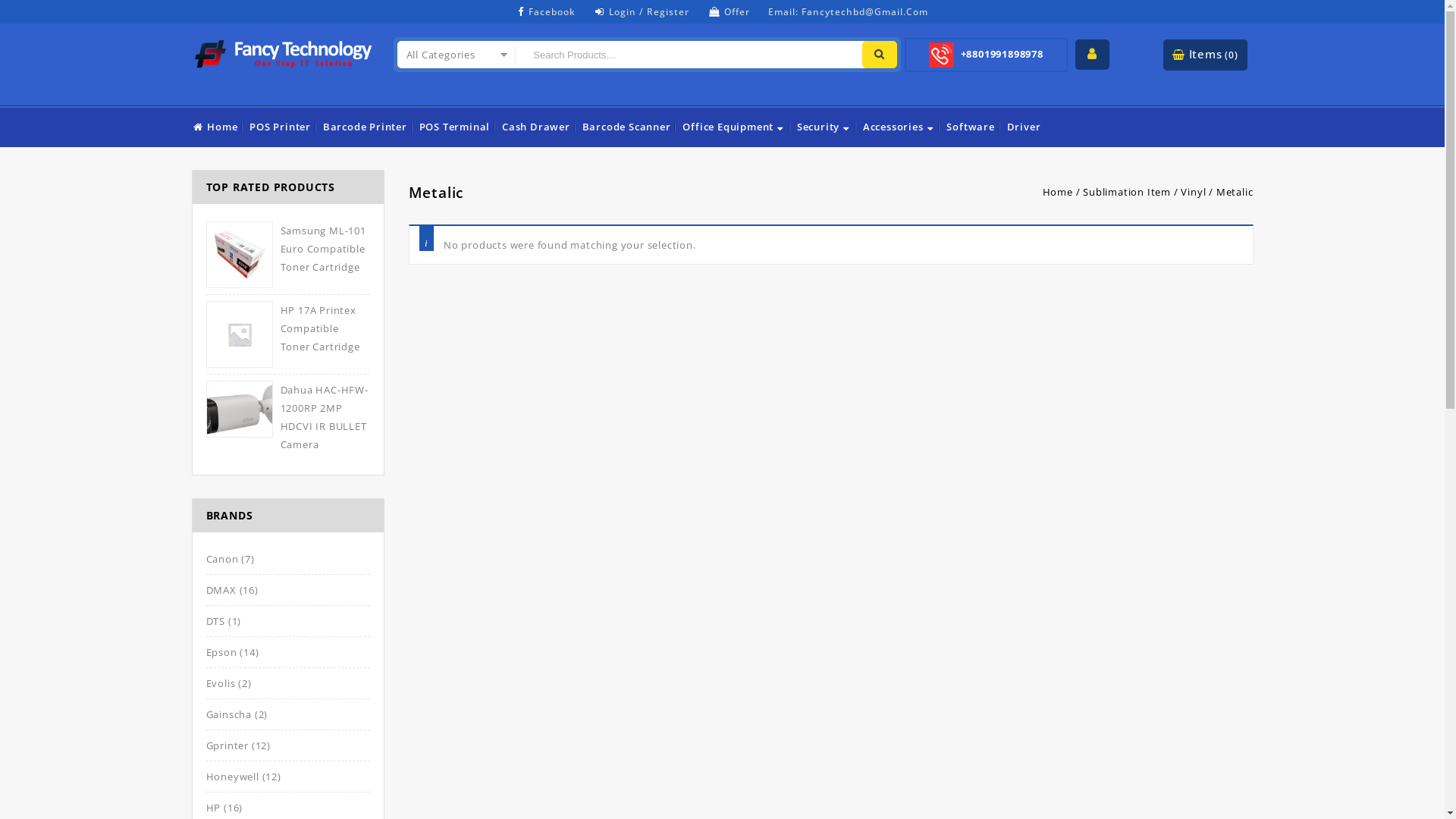  What do you see at coordinates (365, 125) in the screenshot?
I see `'Barcode Printer'` at bounding box center [365, 125].